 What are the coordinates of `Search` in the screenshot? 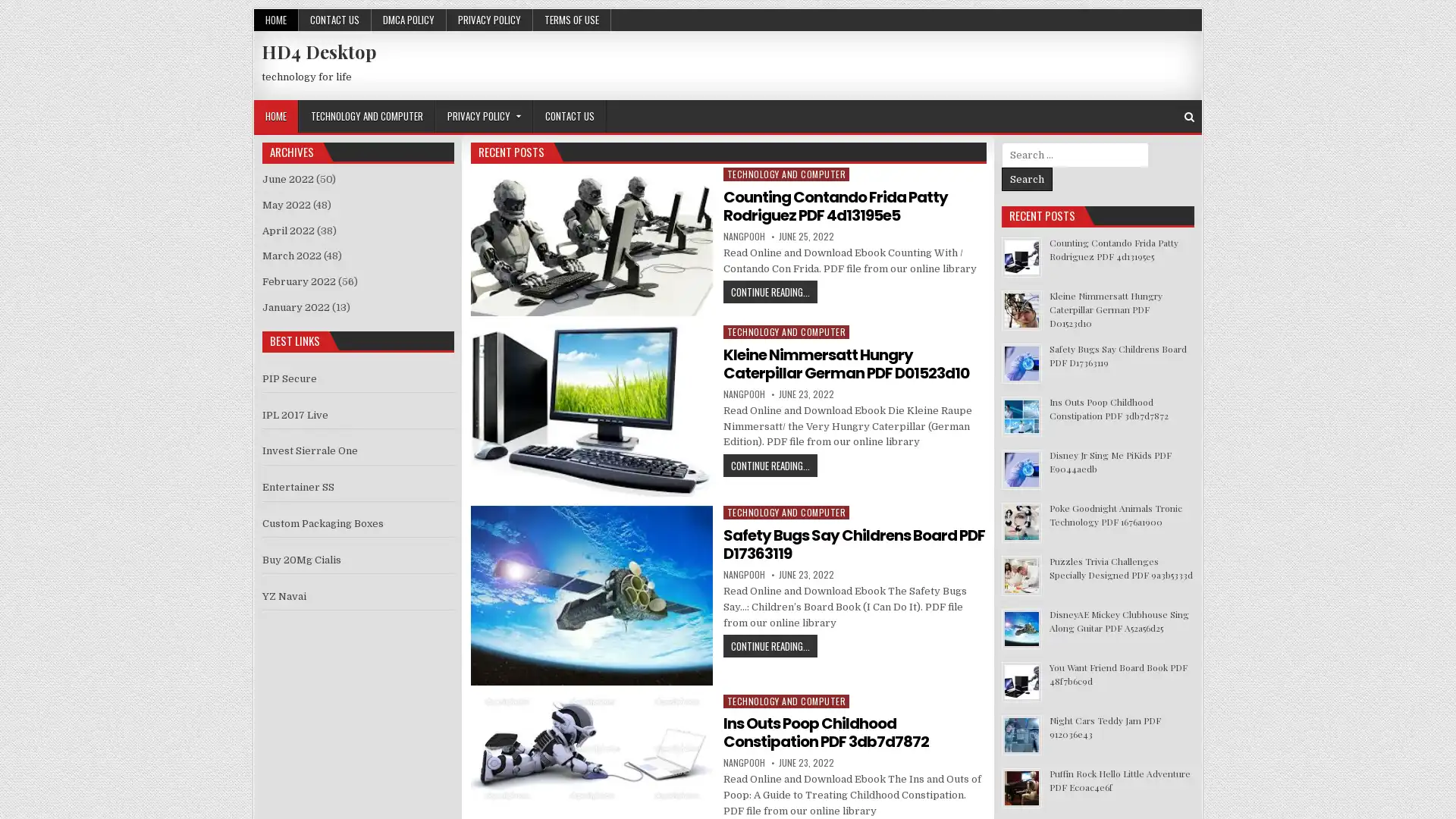 It's located at (1027, 178).